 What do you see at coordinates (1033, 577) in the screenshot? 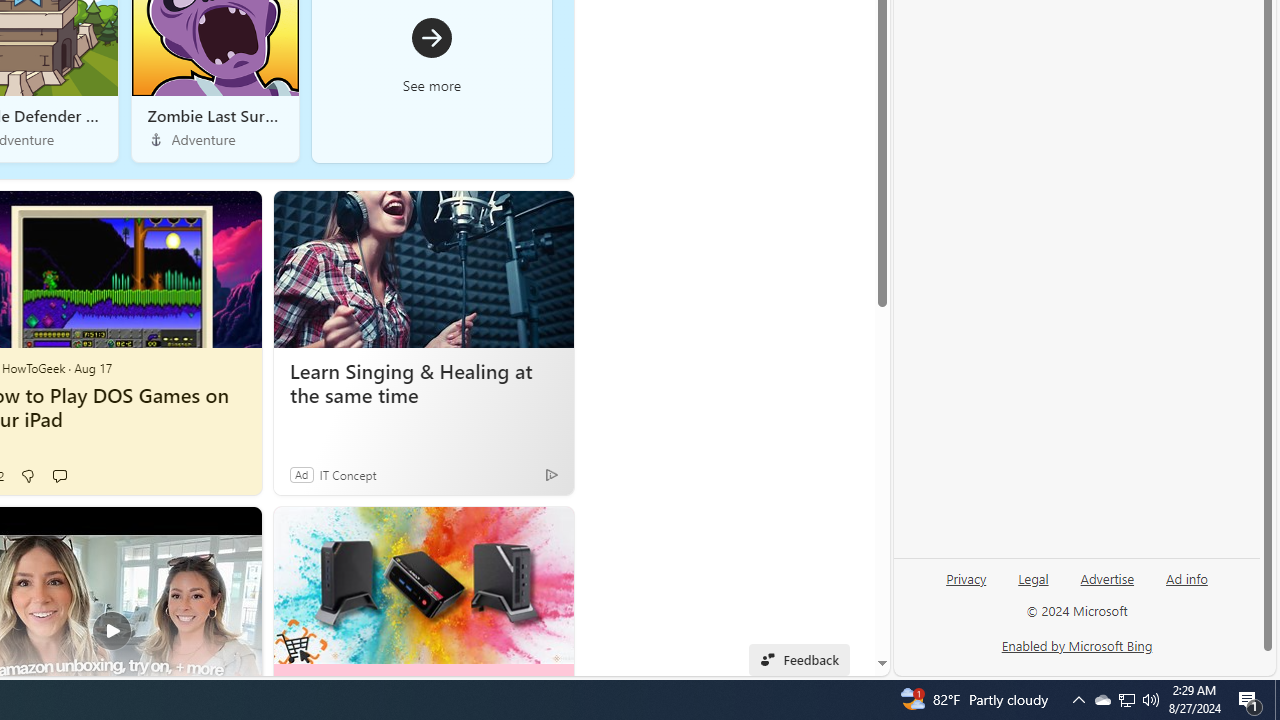
I see `'Legal'` at bounding box center [1033, 577].